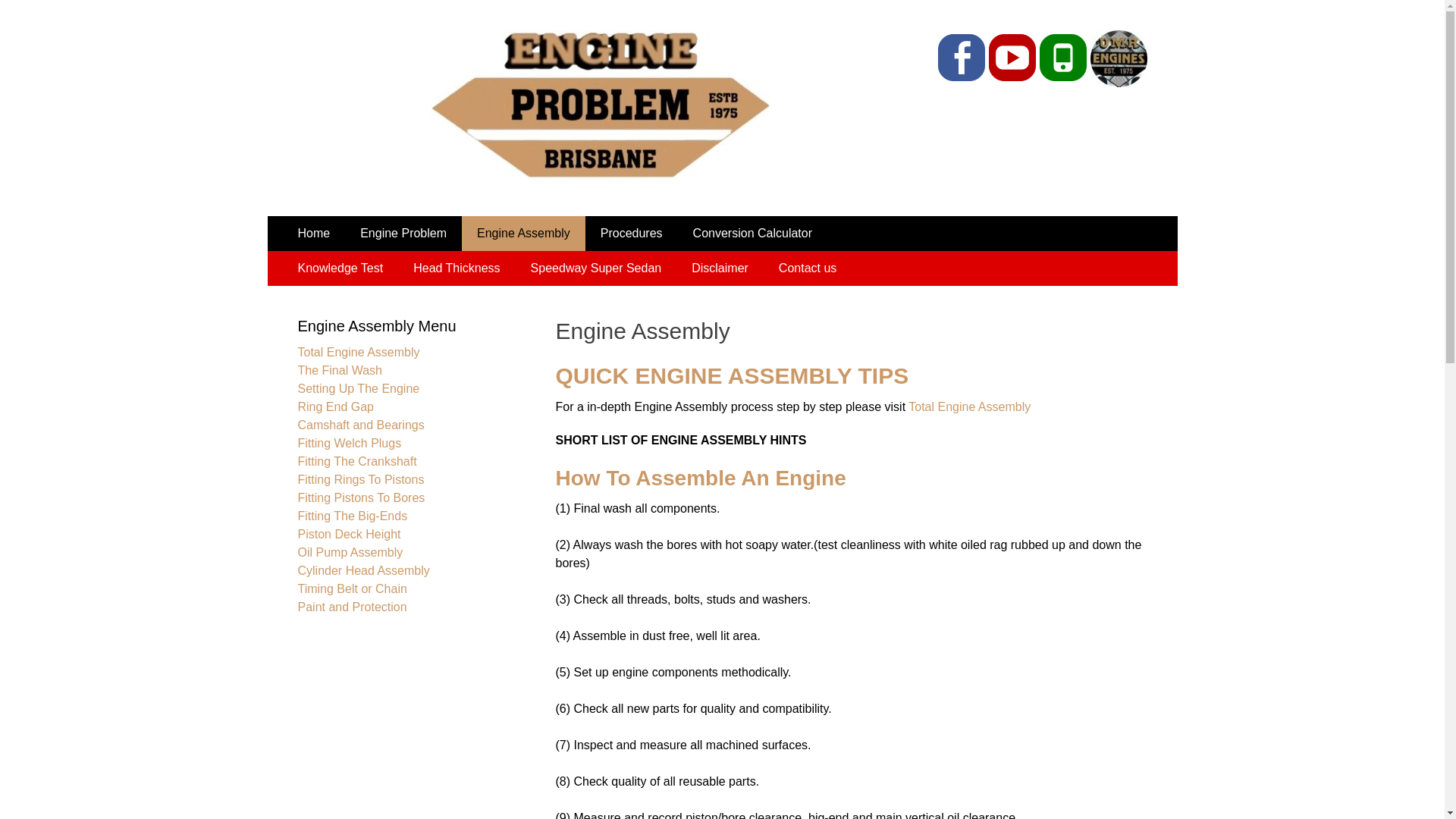  Describe the element at coordinates (338, 370) in the screenshot. I see `'The Final Wash'` at that location.